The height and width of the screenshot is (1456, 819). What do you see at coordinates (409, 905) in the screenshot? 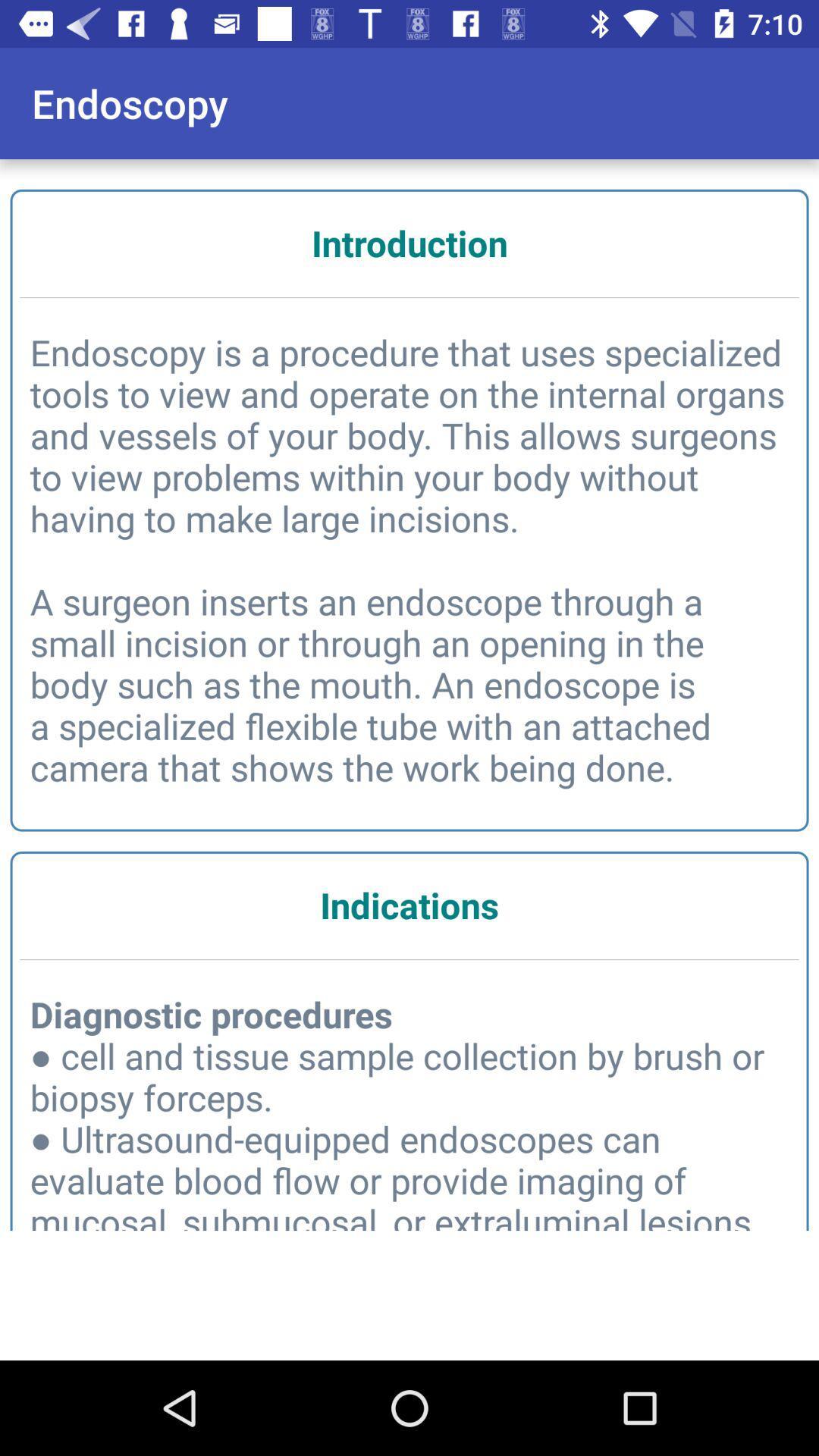
I see `the indications` at bounding box center [409, 905].